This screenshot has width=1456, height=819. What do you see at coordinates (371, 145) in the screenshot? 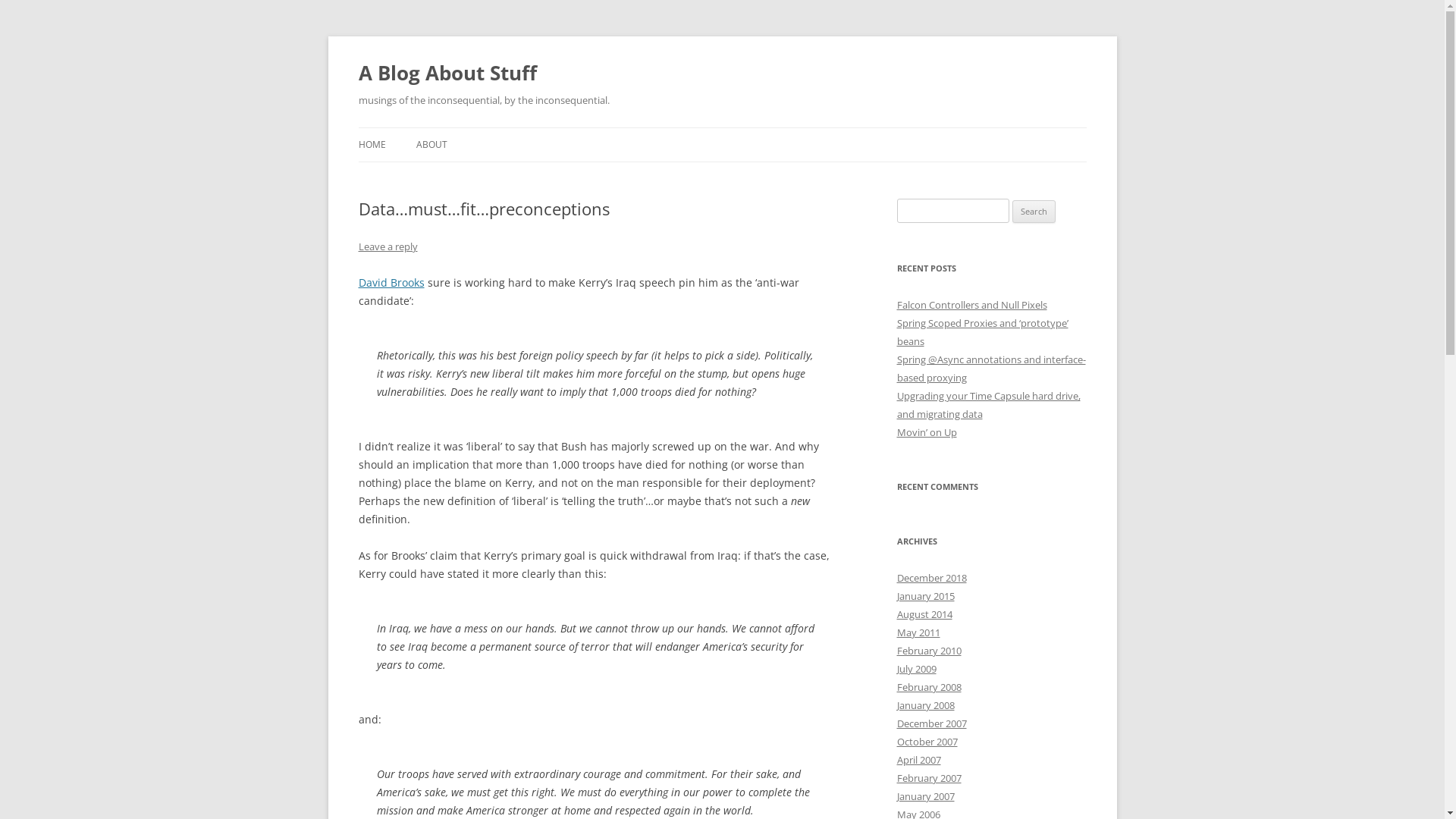
I see `'HOME'` at bounding box center [371, 145].